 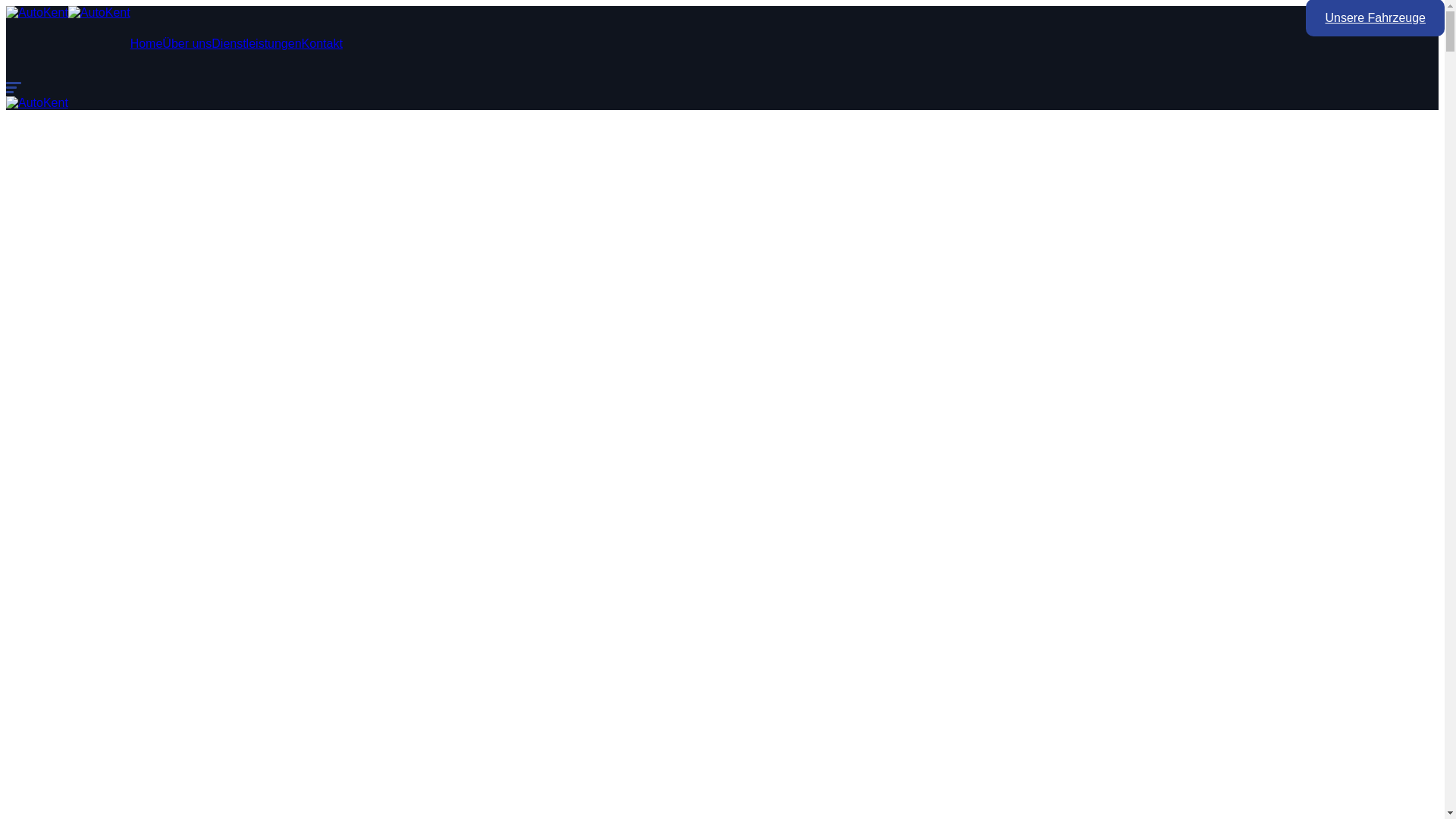 What do you see at coordinates (98, 12) in the screenshot?
I see `'AutoKent'` at bounding box center [98, 12].